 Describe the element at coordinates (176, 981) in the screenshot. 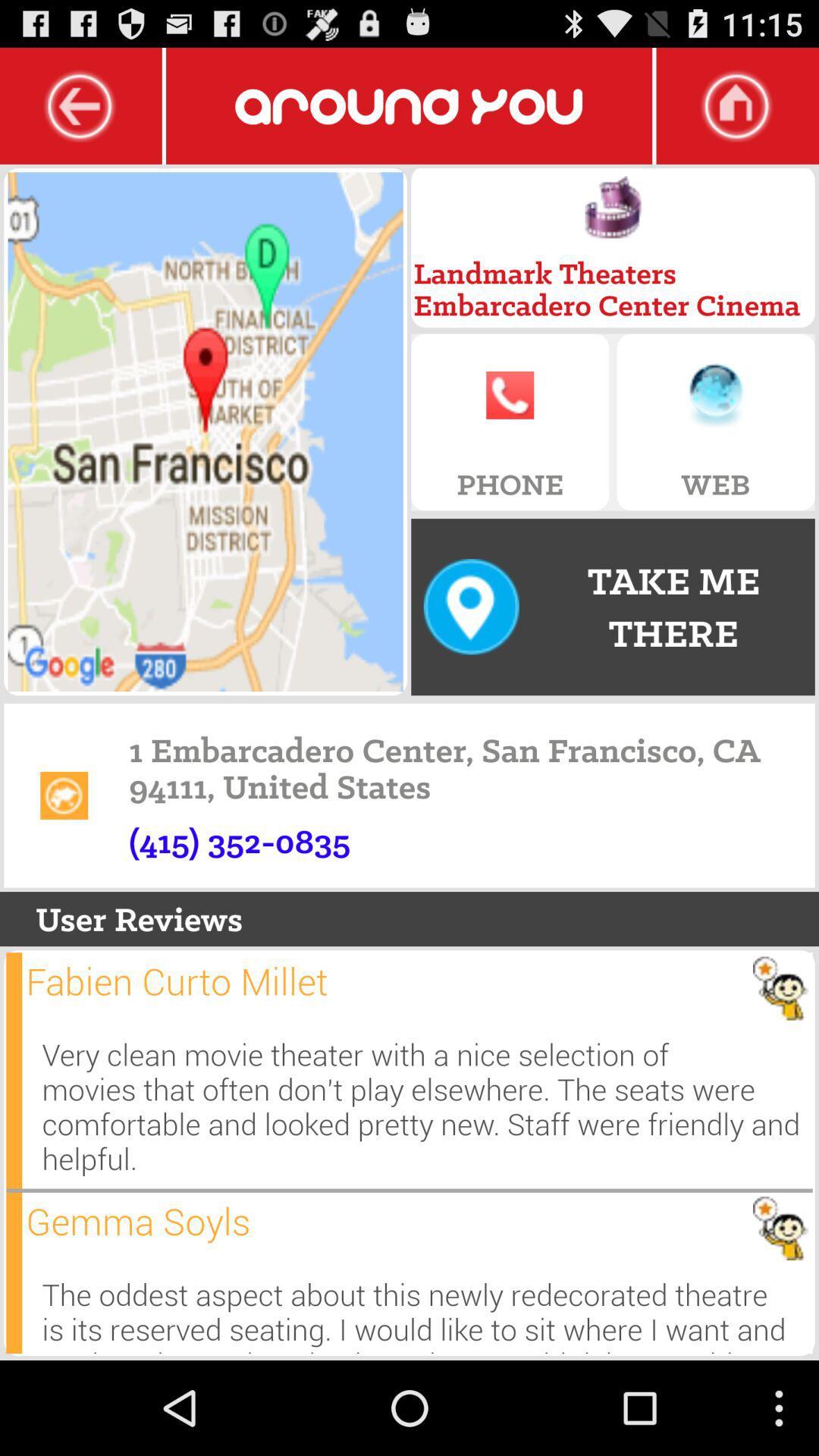

I see `app above very clean movie icon` at that location.